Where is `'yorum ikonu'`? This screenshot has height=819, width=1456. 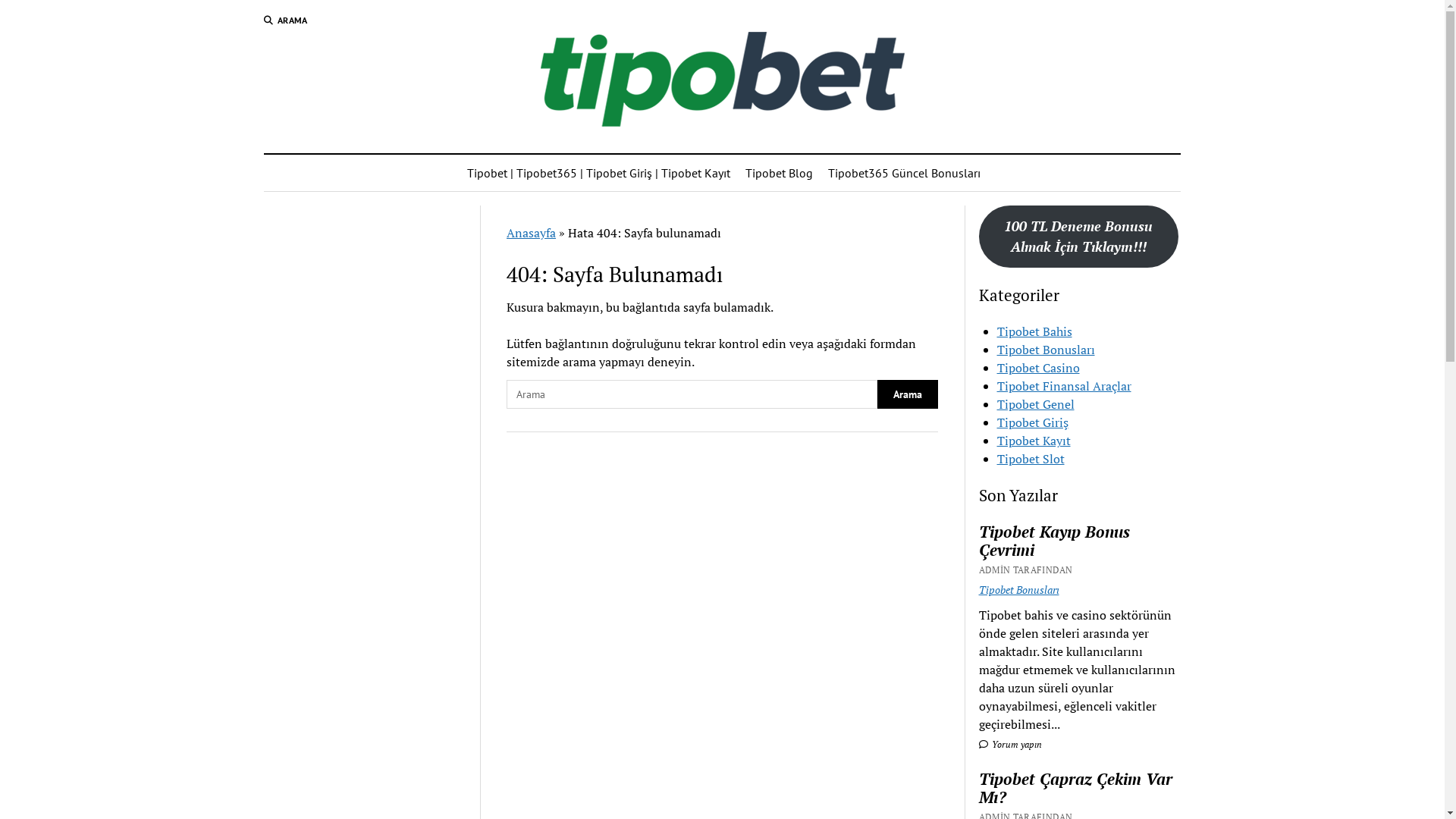
'yorum ikonu' is located at coordinates (983, 744).